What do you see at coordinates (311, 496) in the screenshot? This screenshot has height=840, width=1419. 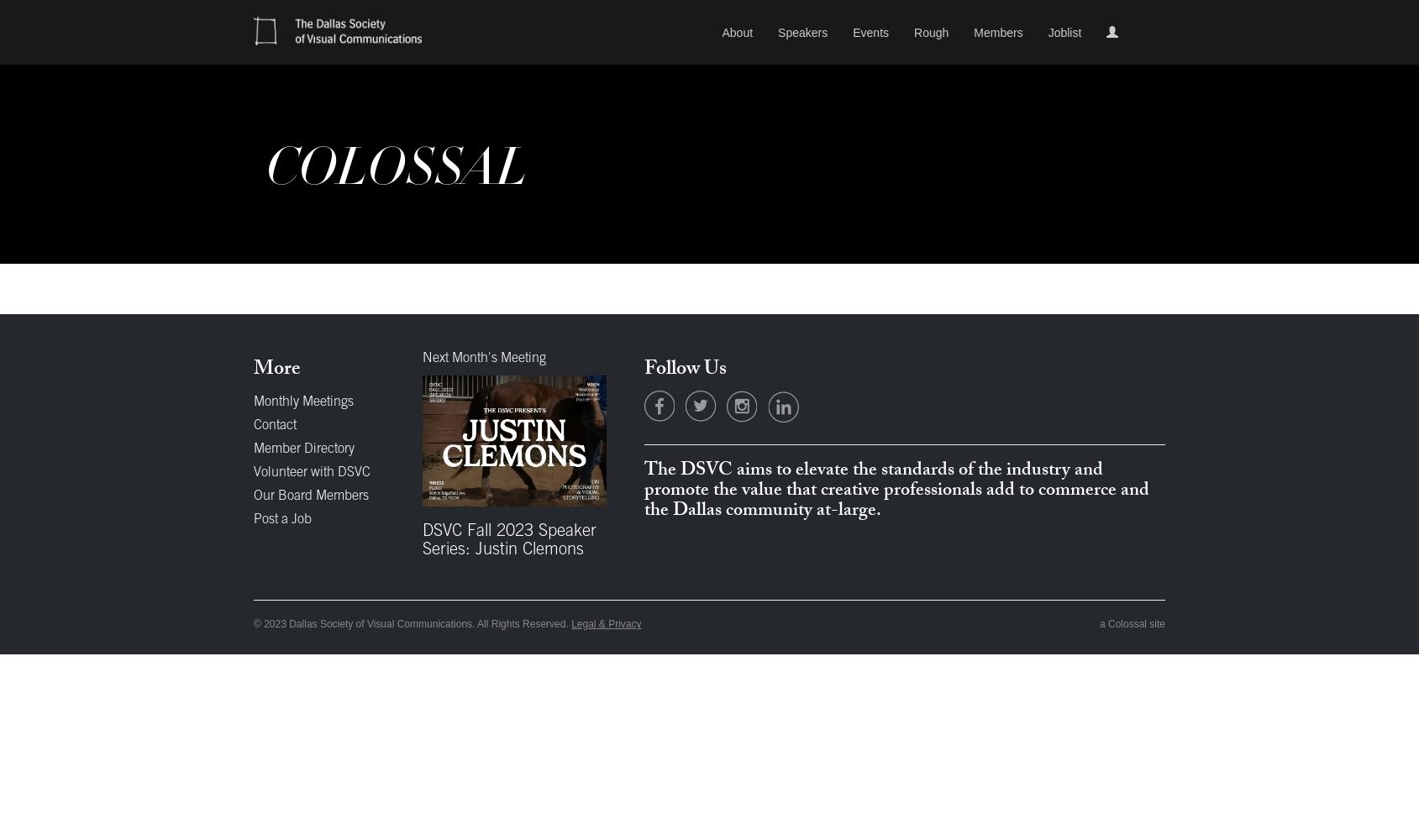 I see `'Our Board Members'` at bounding box center [311, 496].